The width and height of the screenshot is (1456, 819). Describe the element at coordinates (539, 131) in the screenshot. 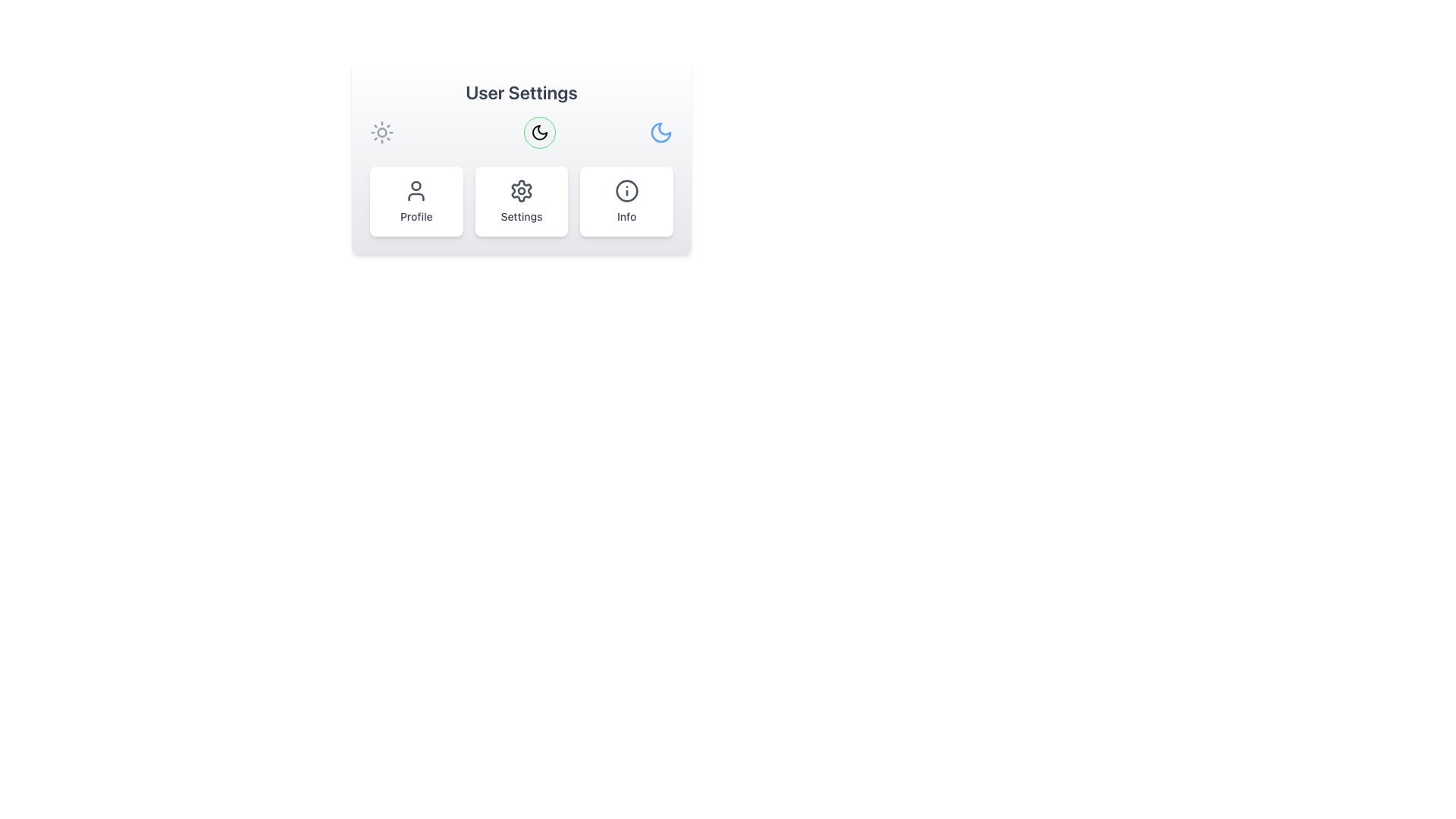

I see `the circular toggle button for night mode, located within the 'User Settings' section` at that location.